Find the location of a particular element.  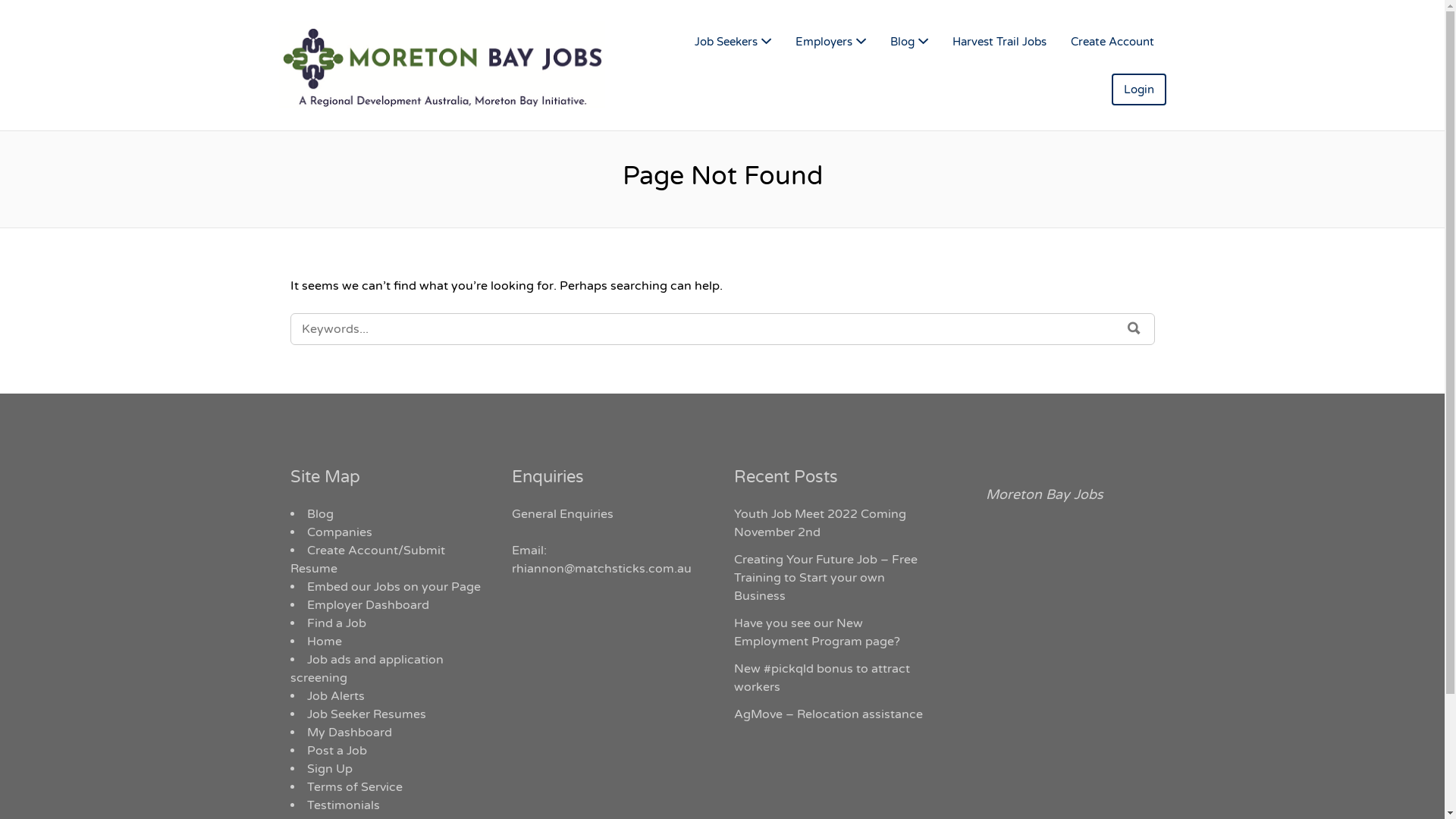

'MORETON BAY JOBS' is located at coordinates (455, 64).